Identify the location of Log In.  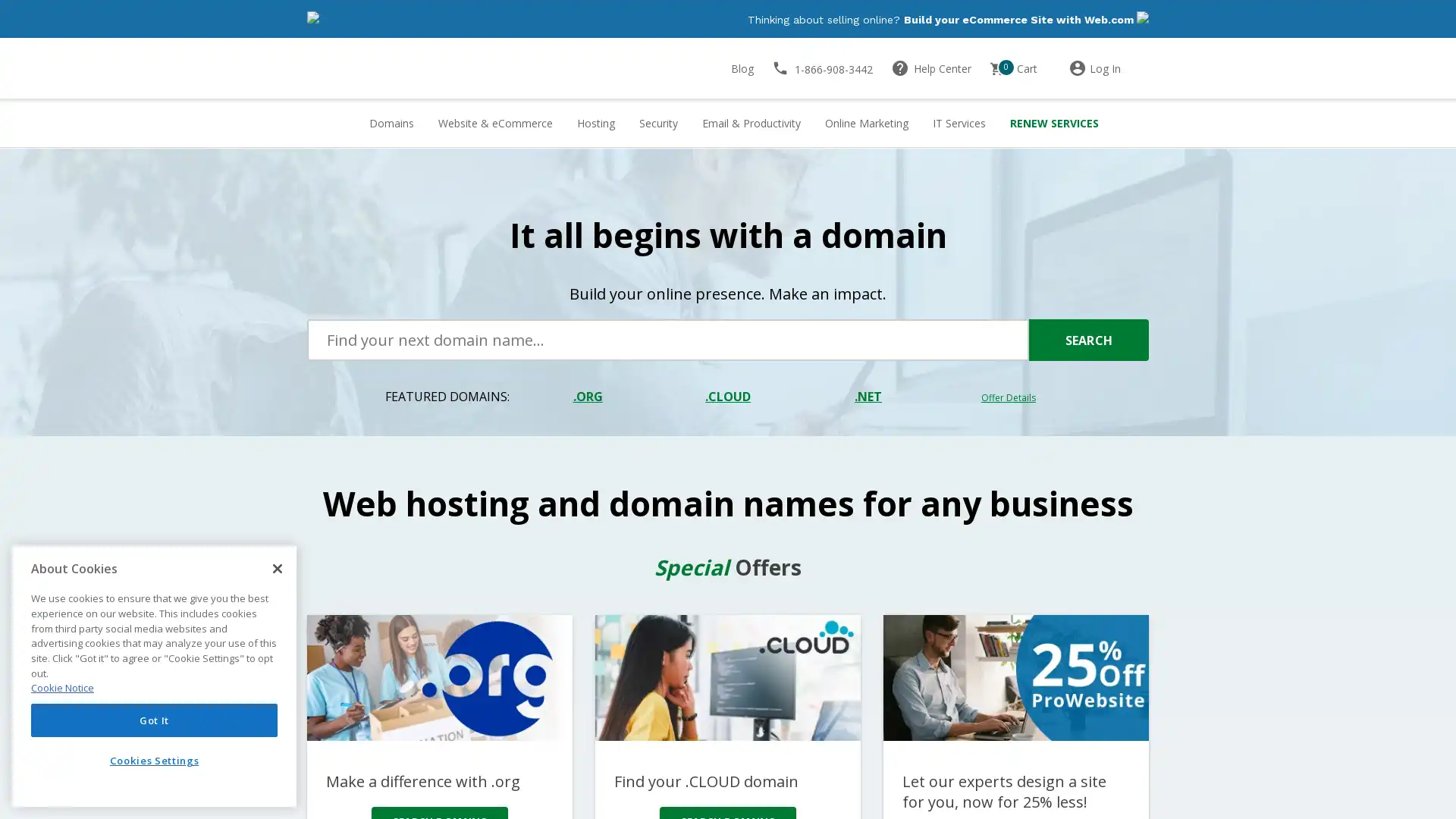
(1108, 69).